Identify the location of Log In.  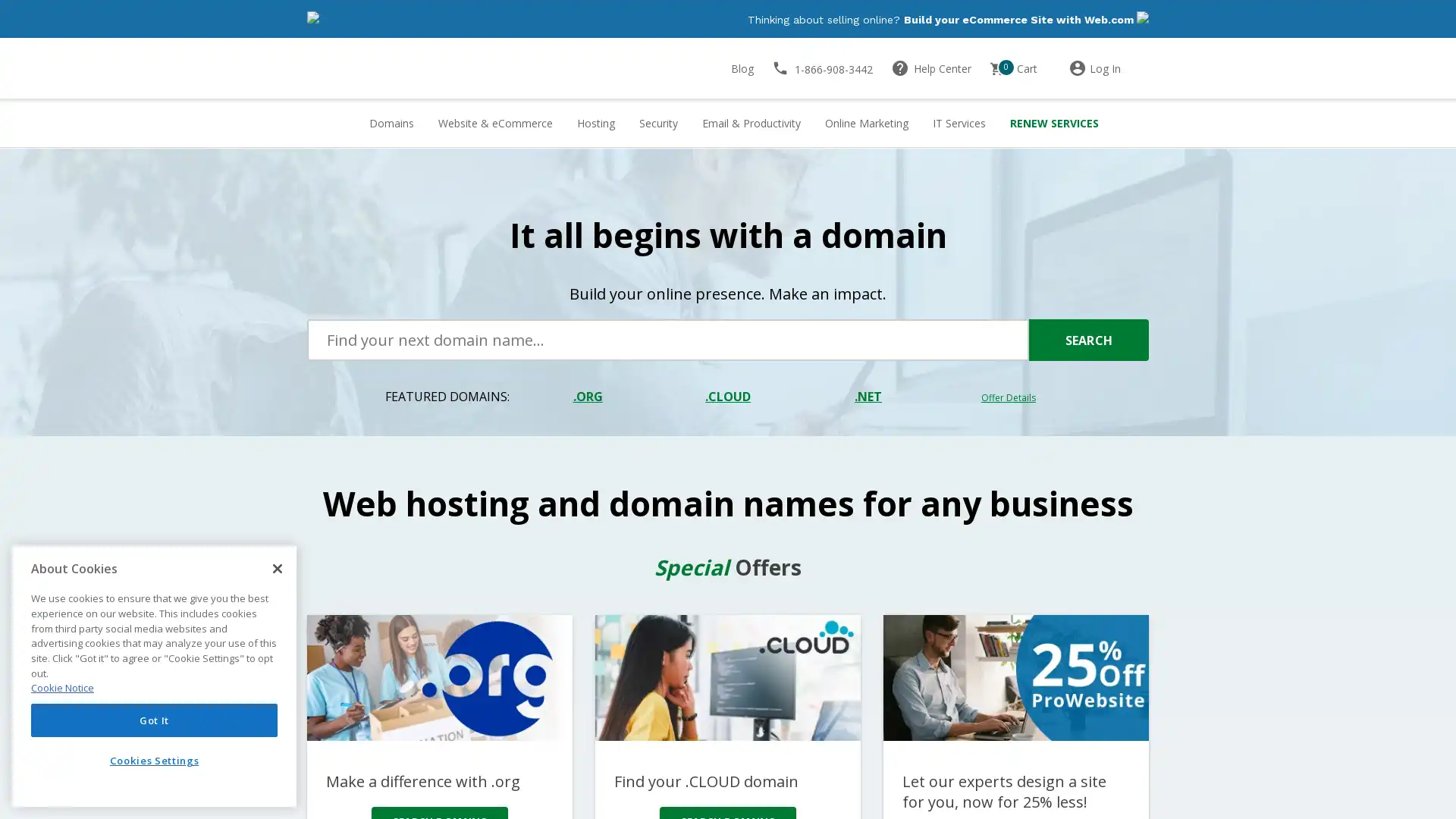
(1108, 69).